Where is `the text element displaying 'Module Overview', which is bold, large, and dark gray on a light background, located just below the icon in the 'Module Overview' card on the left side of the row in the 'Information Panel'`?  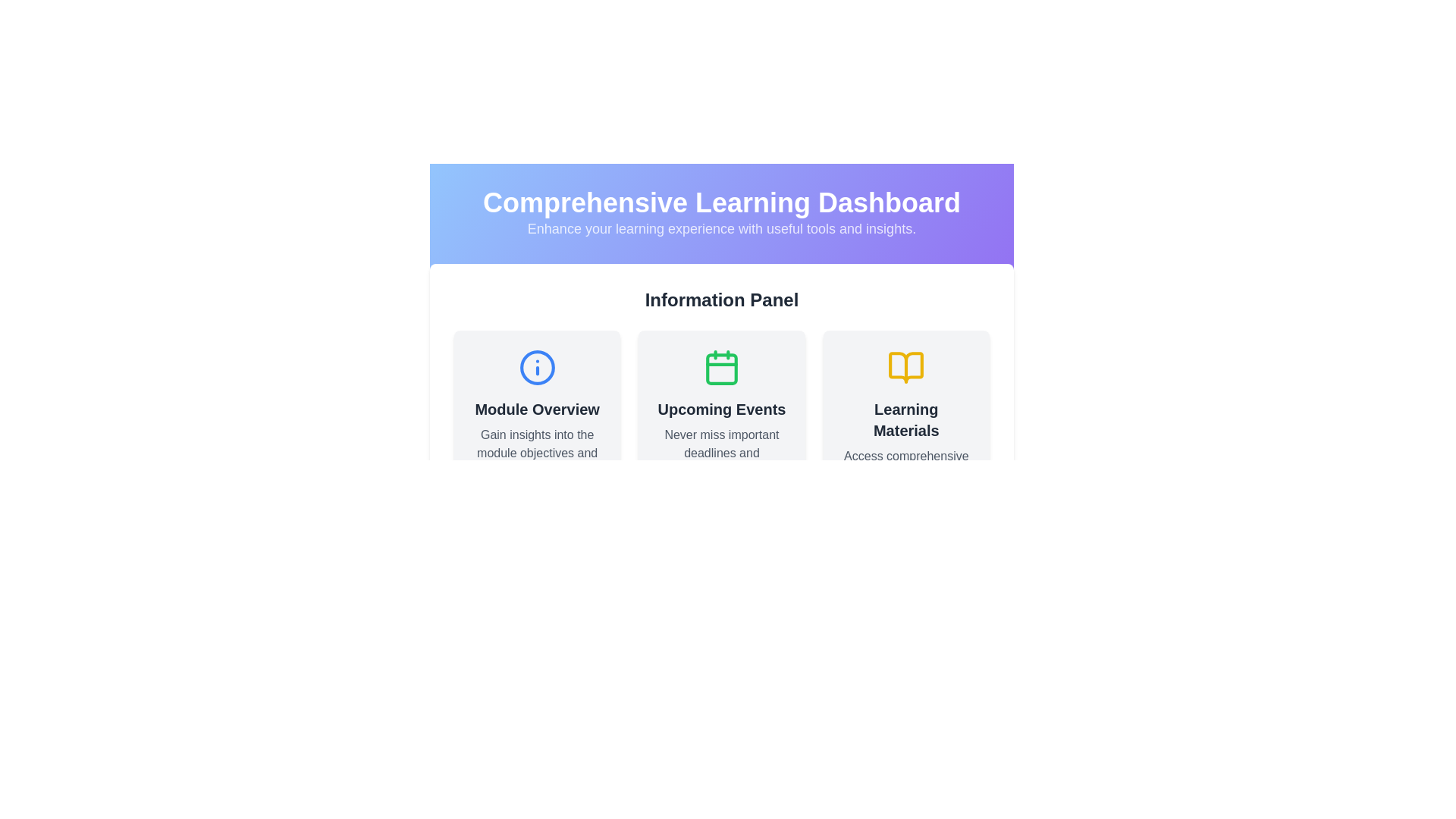 the text element displaying 'Module Overview', which is bold, large, and dark gray on a light background, located just below the icon in the 'Module Overview' card on the left side of the row in the 'Information Panel' is located at coordinates (537, 409).